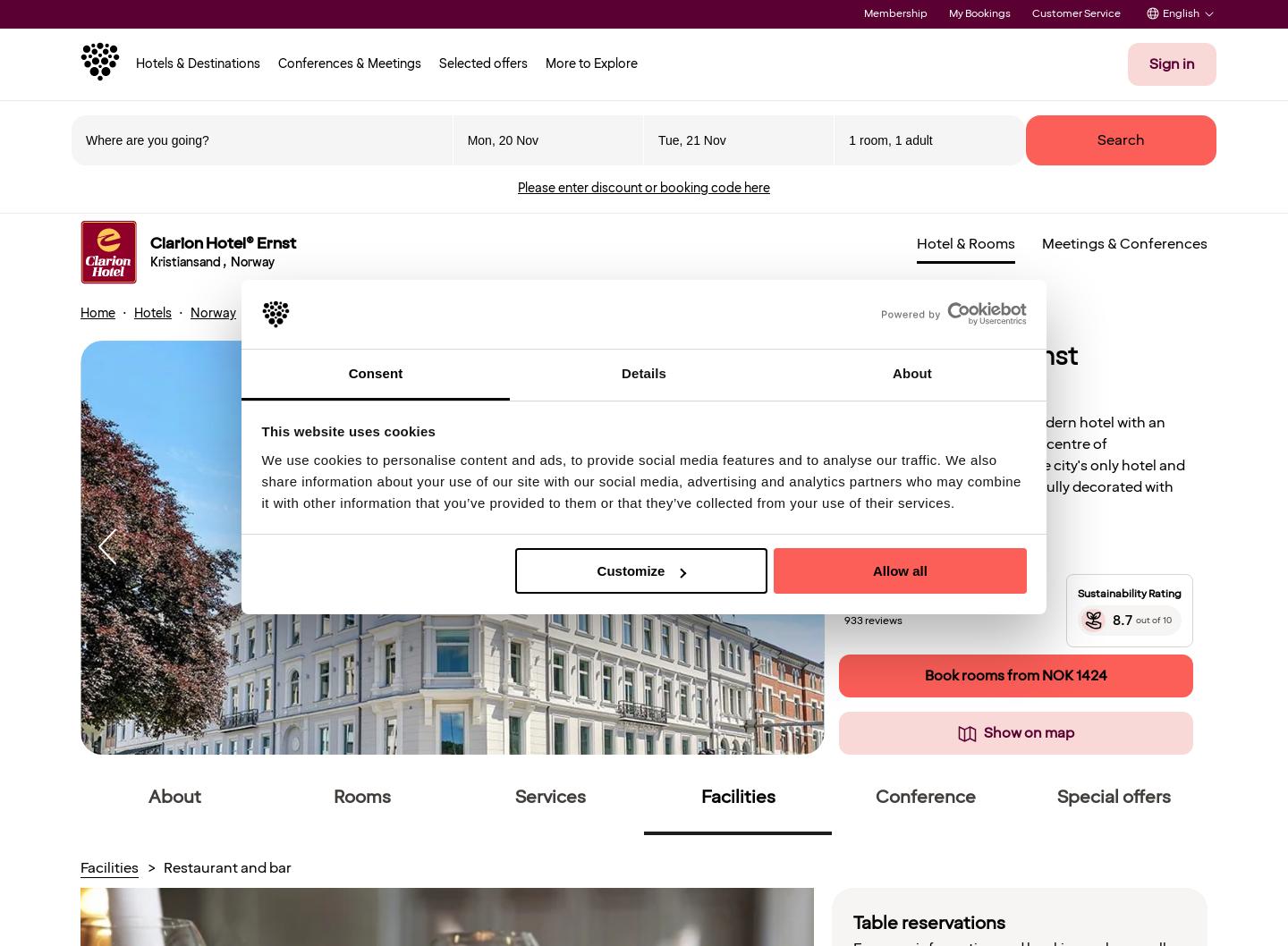 The width and height of the screenshot is (1288, 946). What do you see at coordinates (843, 620) in the screenshot?
I see `'933'` at bounding box center [843, 620].